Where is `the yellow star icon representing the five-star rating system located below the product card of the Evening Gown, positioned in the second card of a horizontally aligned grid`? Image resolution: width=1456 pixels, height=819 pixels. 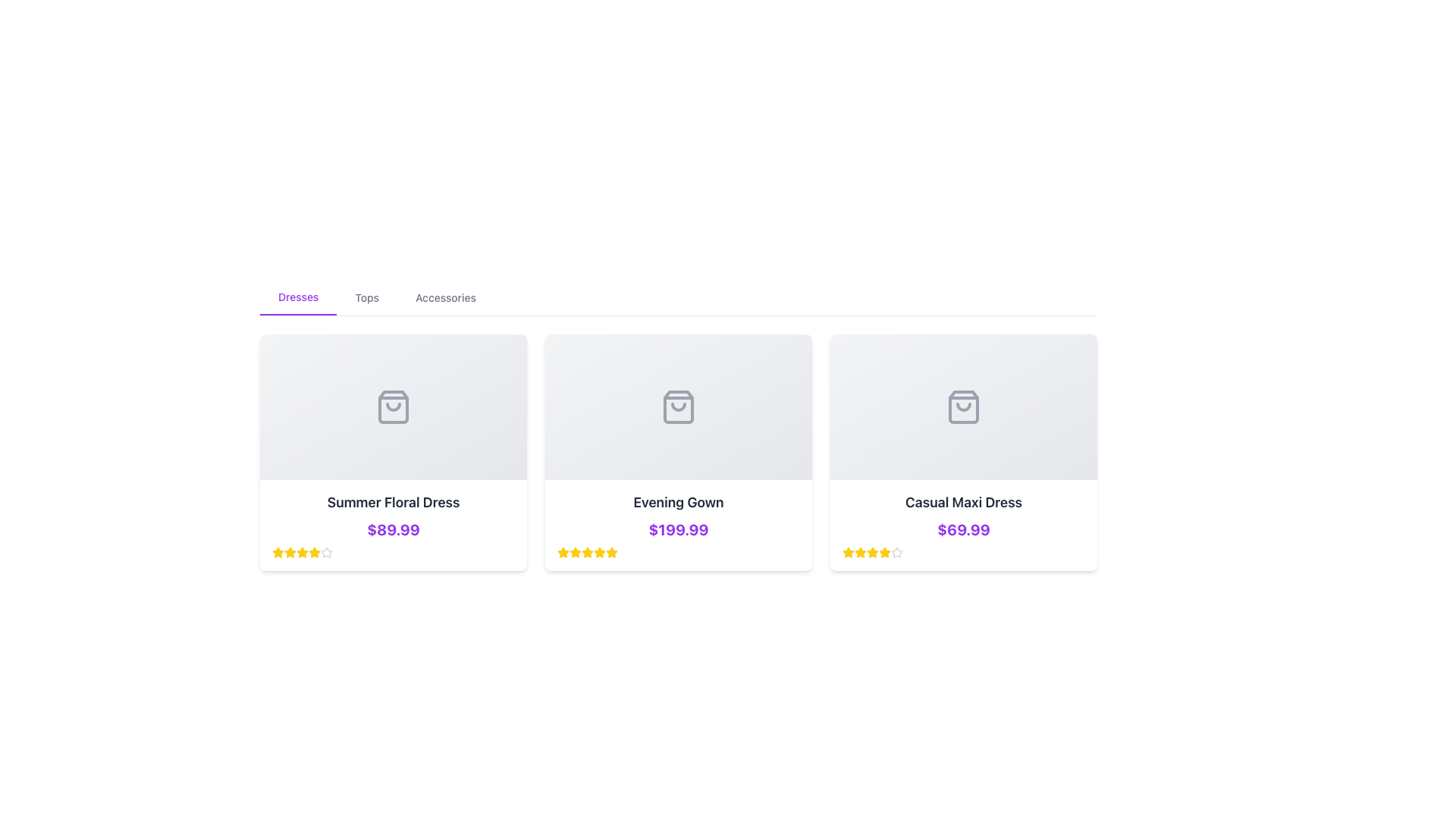 the yellow star icon representing the five-star rating system located below the product card of the Evening Gown, positioned in the second card of a horizontally aligned grid is located at coordinates (563, 552).